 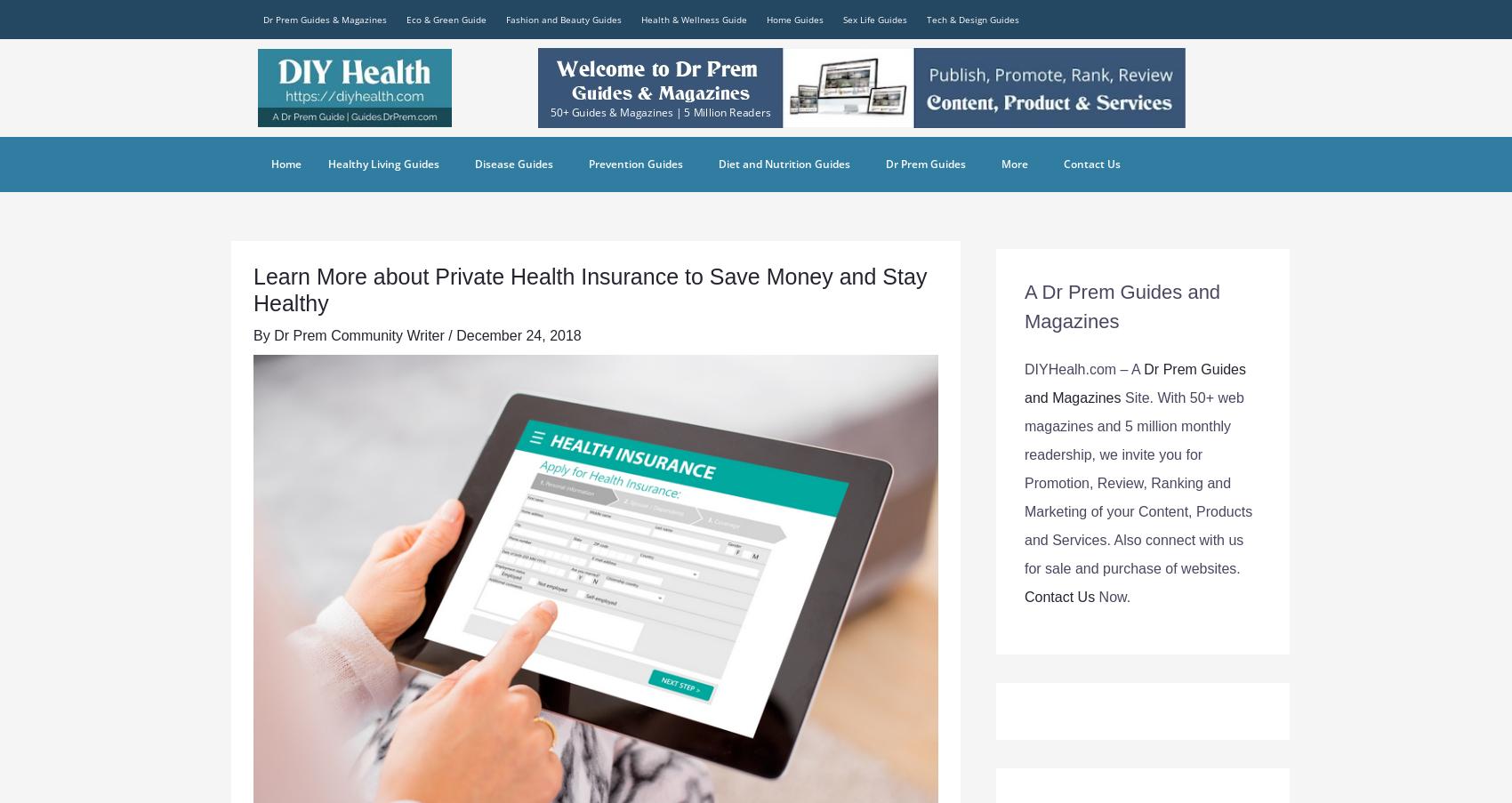 What do you see at coordinates (1014, 316) in the screenshot?
I see `'WeddingClan.com'` at bounding box center [1014, 316].